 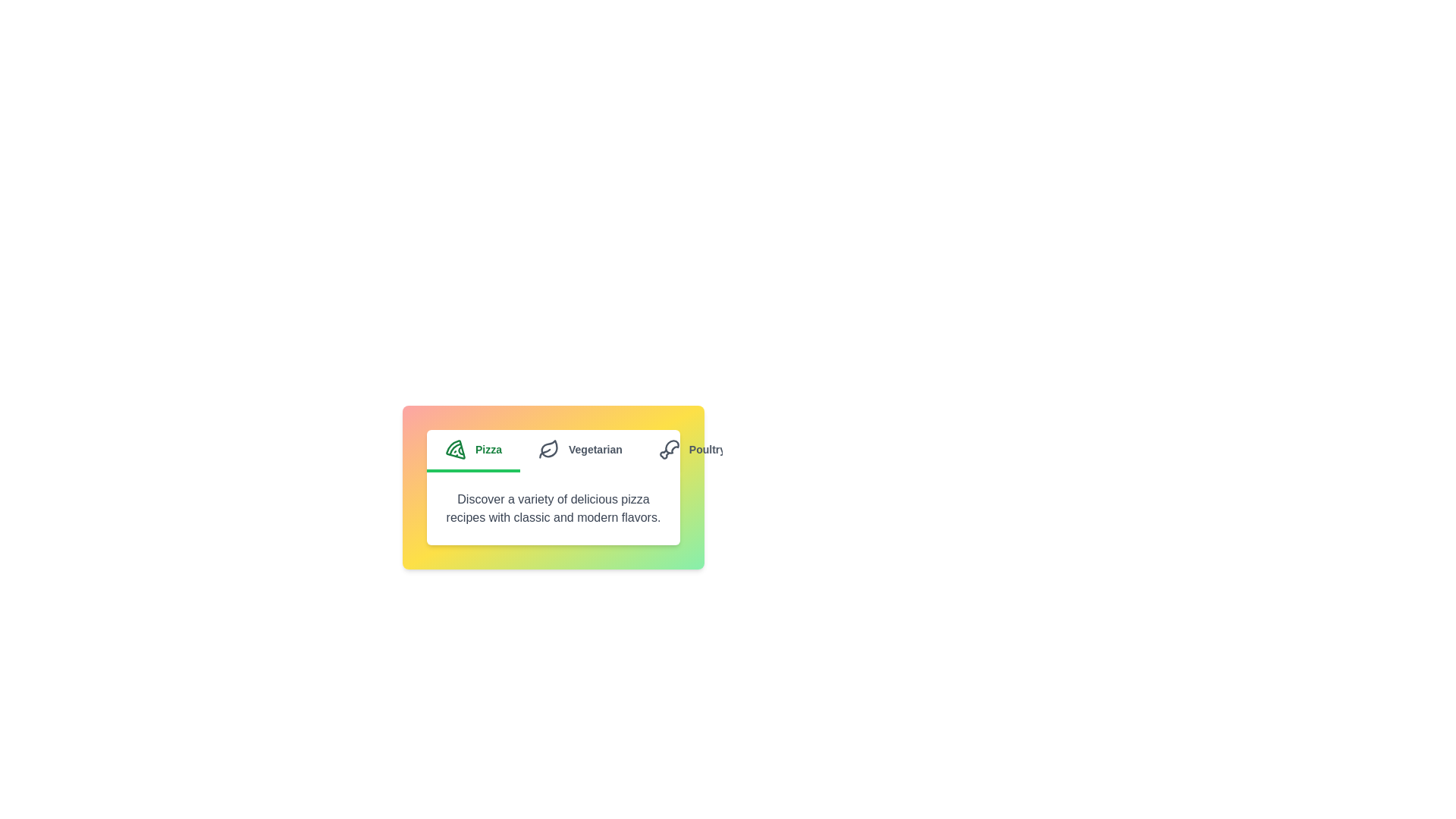 I want to click on the tab labeled Pizza, so click(x=472, y=450).